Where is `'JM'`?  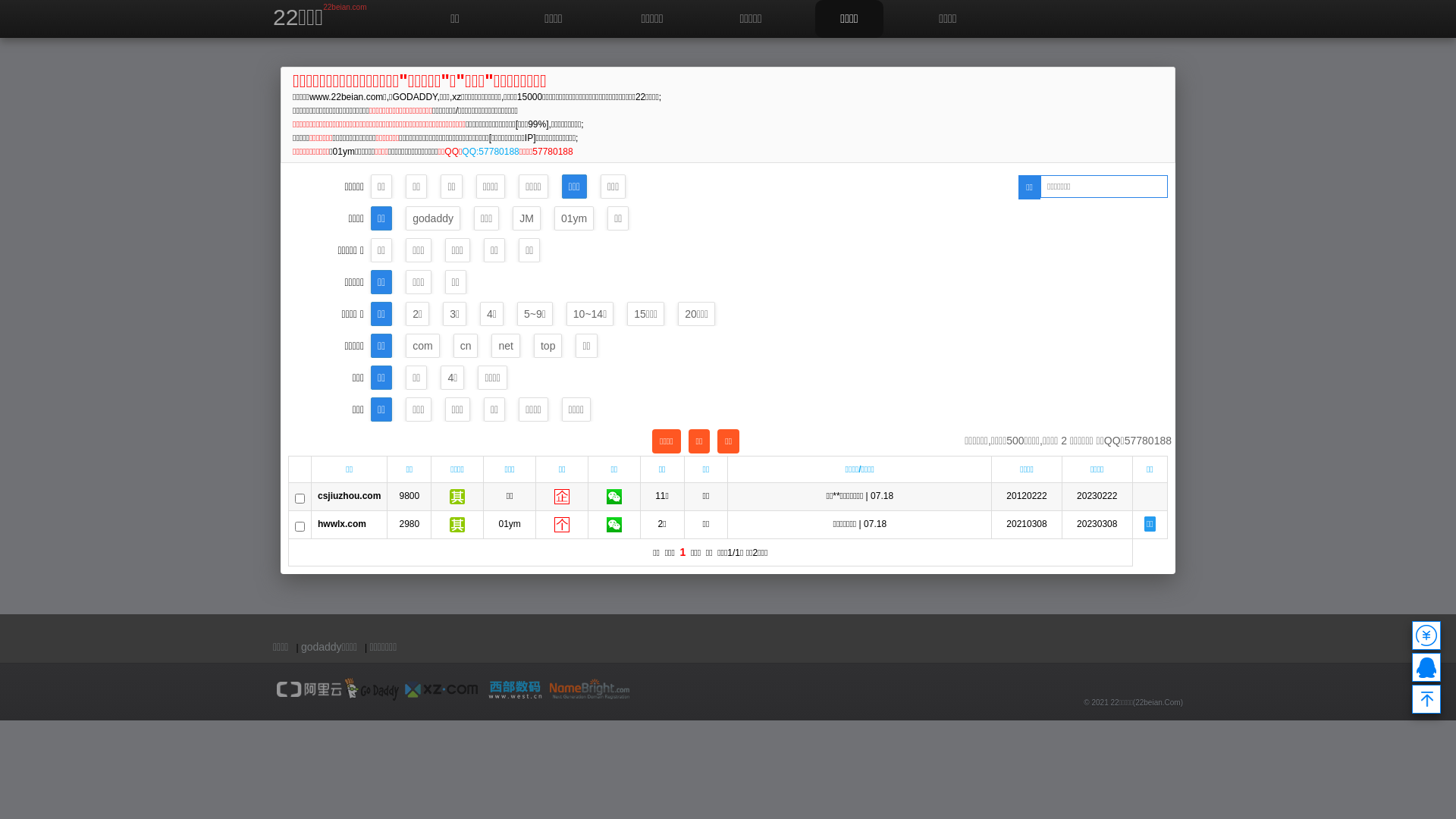
'JM' is located at coordinates (526, 218).